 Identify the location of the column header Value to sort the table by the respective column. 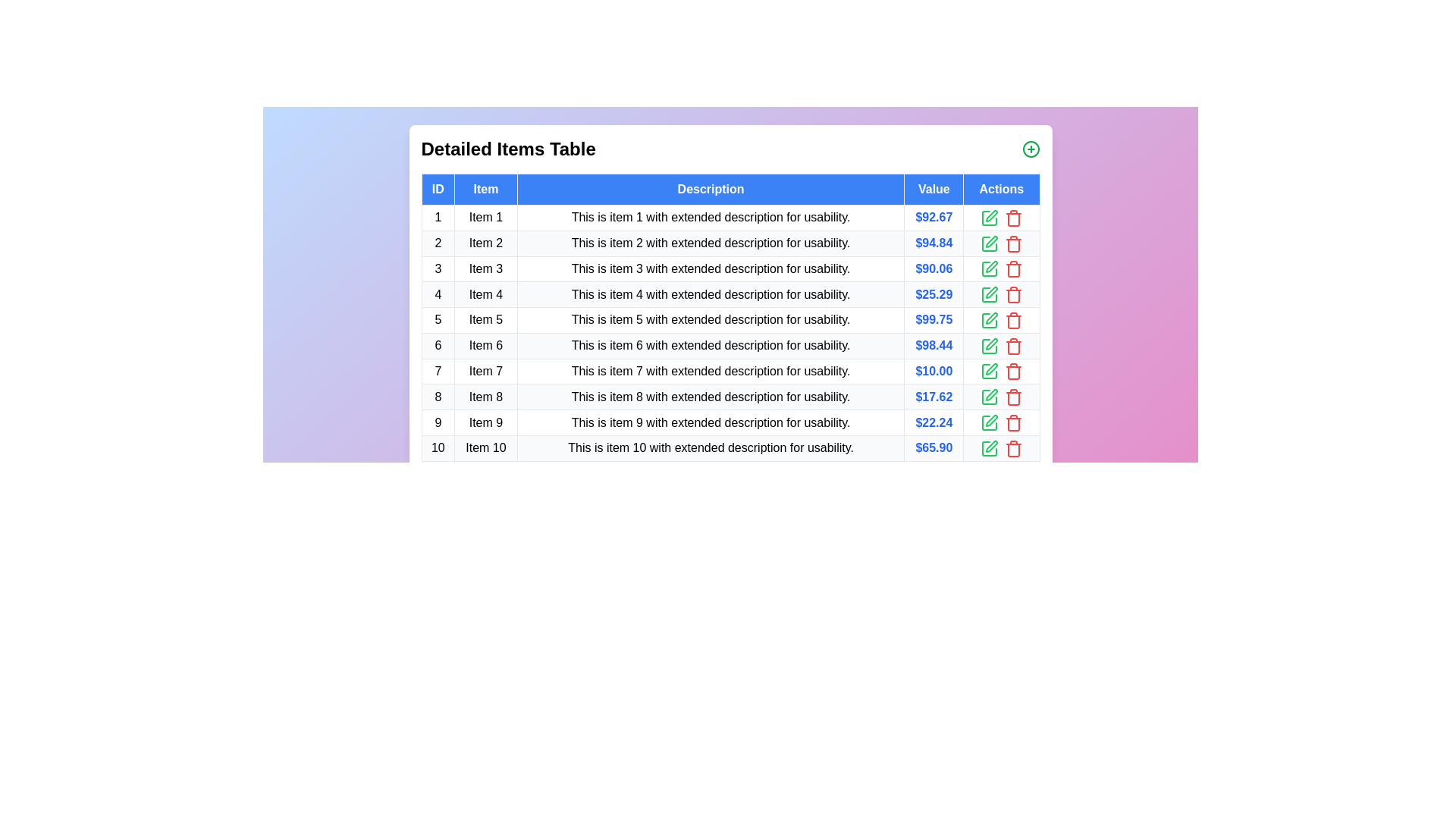
(932, 189).